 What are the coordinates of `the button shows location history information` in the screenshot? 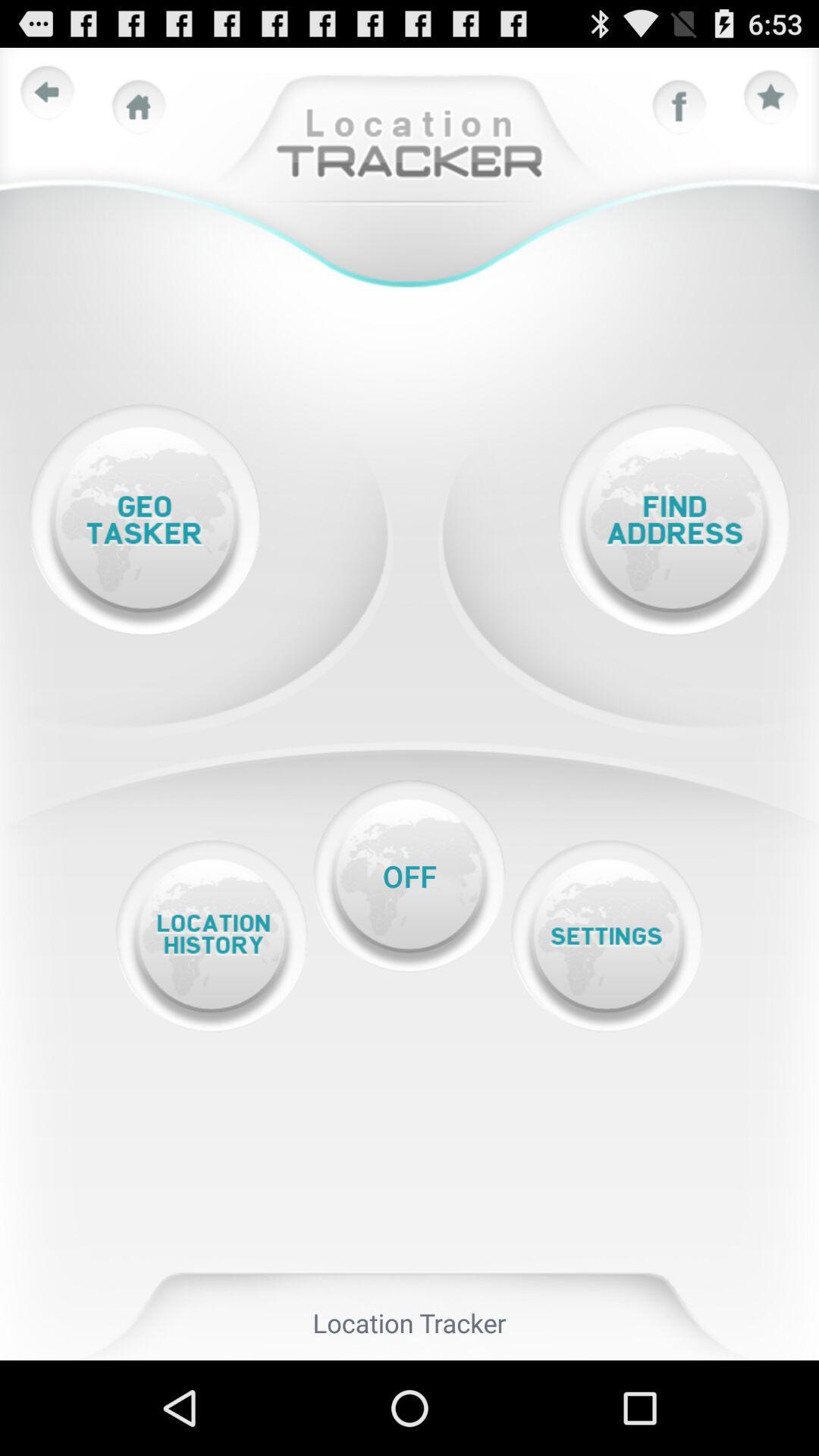 It's located at (211, 935).